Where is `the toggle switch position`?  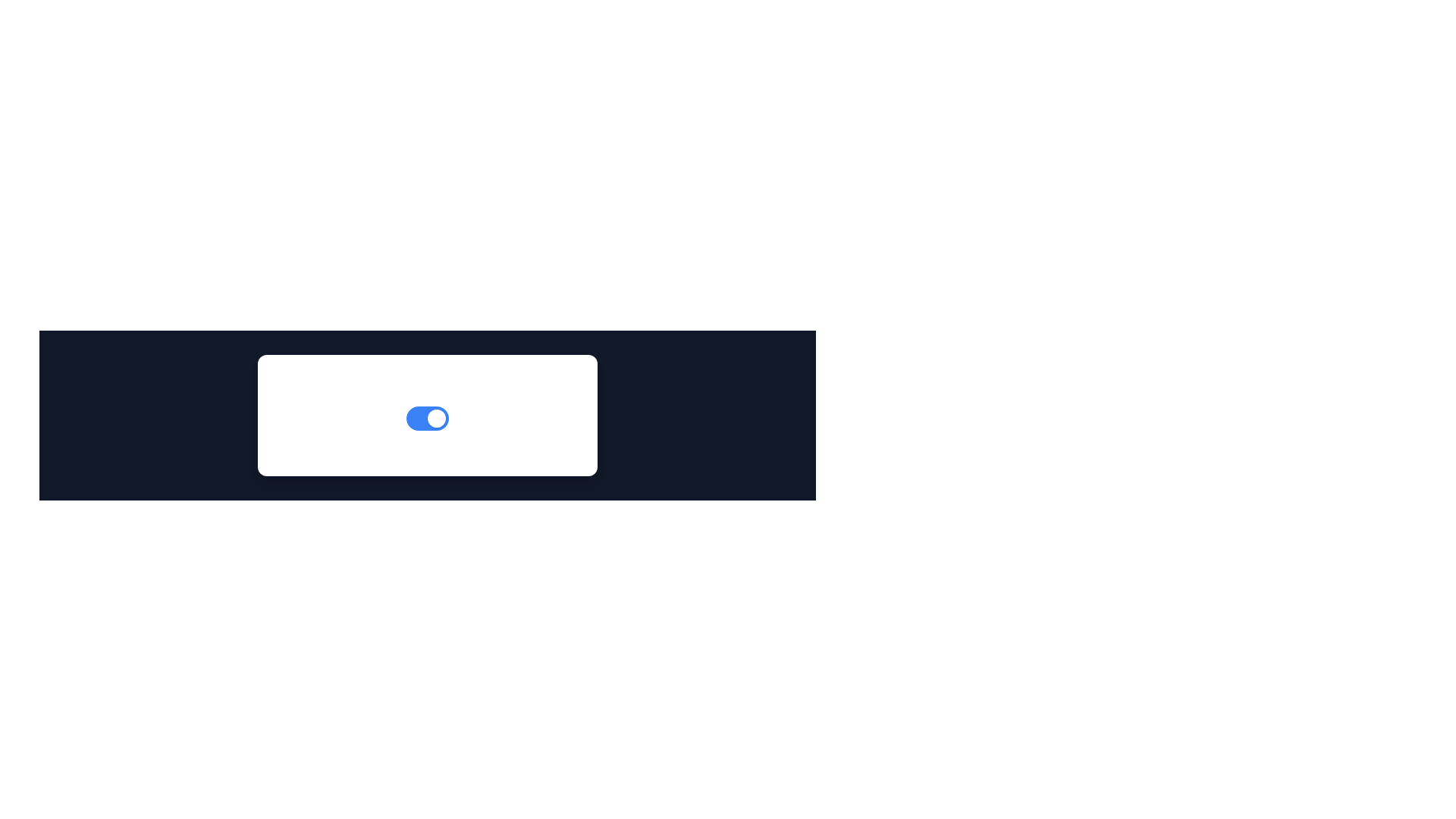
the toggle switch position is located at coordinates (437, 418).